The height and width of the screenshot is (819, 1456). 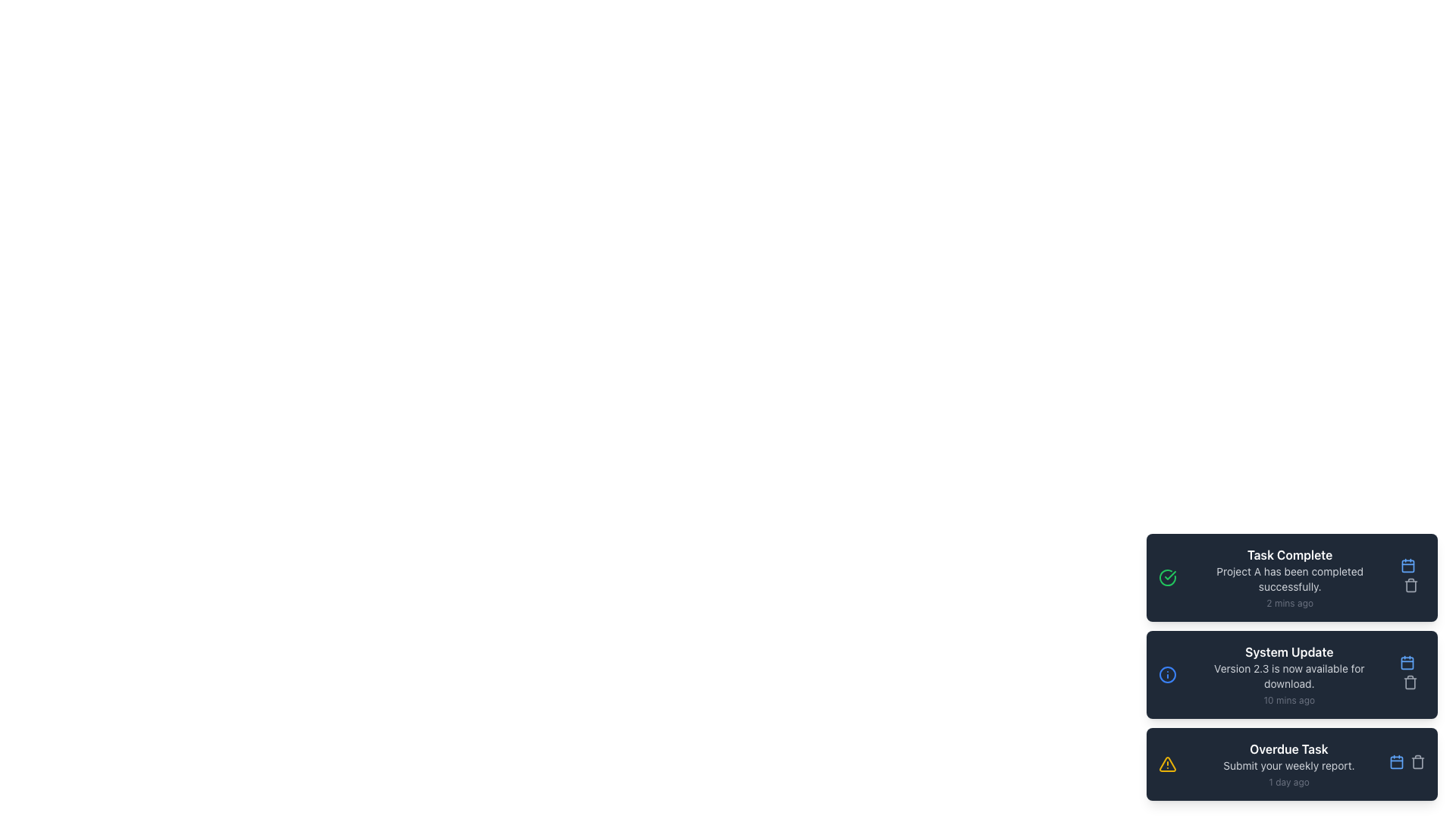 What do you see at coordinates (1410, 584) in the screenshot?
I see `the delete icon button located on the right side of the task notification` at bounding box center [1410, 584].